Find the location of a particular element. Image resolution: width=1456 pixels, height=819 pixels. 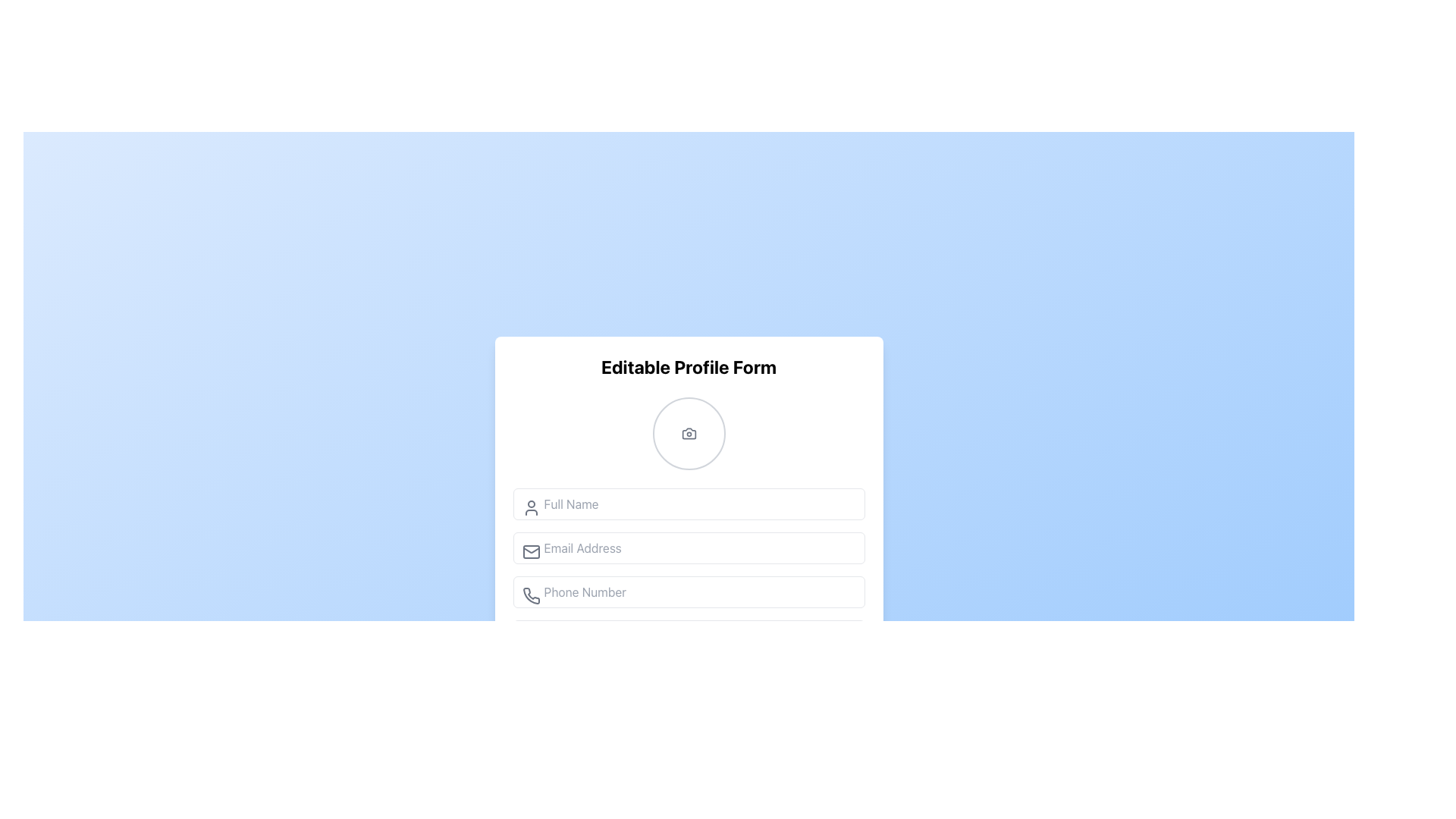

the rectangular shape of the email icon, which is part of the email input field and positioned in the top left corner of the input box is located at coordinates (531, 552).